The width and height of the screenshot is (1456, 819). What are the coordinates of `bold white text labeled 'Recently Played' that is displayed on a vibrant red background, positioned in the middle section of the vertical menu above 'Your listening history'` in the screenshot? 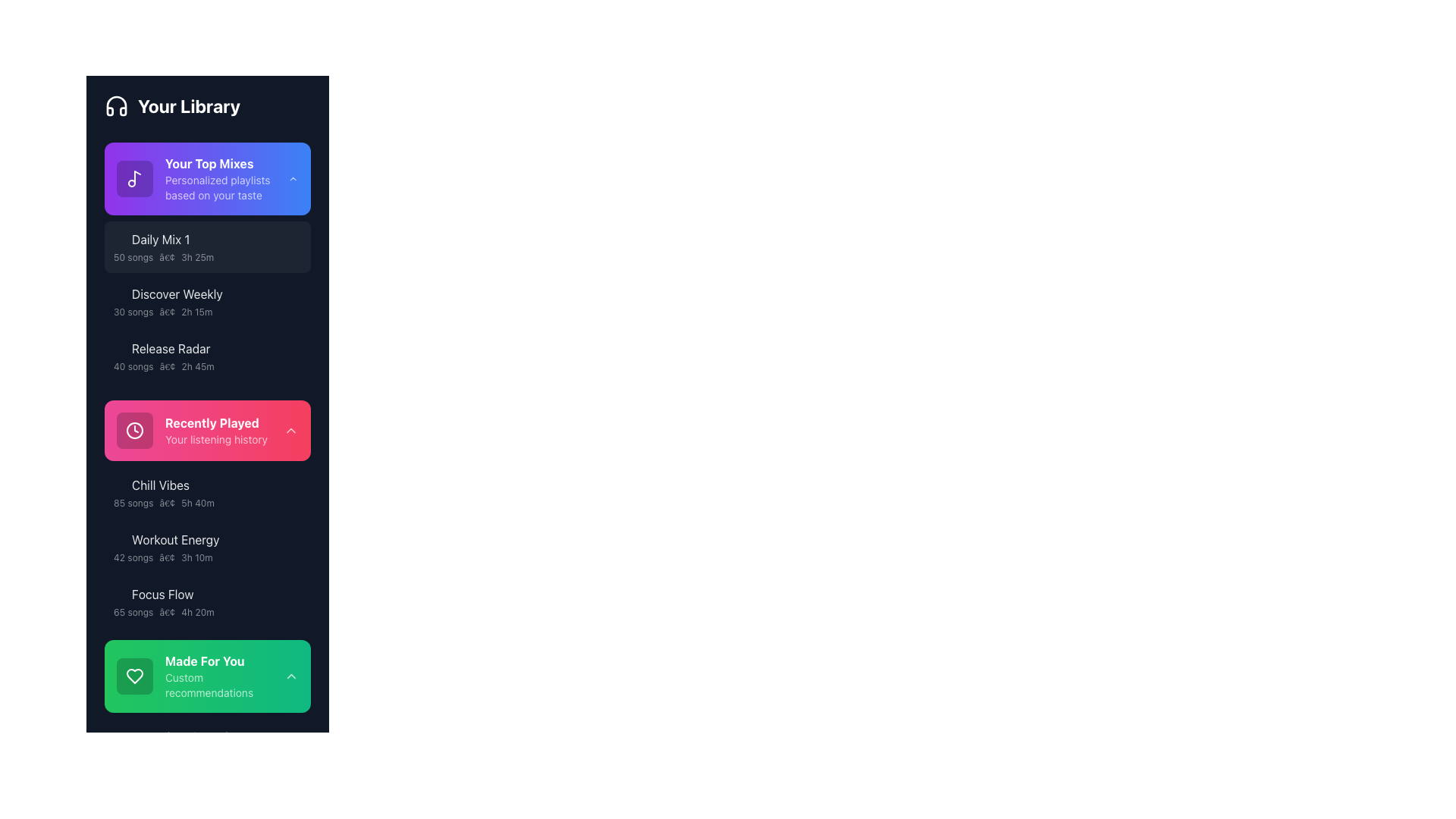 It's located at (215, 423).